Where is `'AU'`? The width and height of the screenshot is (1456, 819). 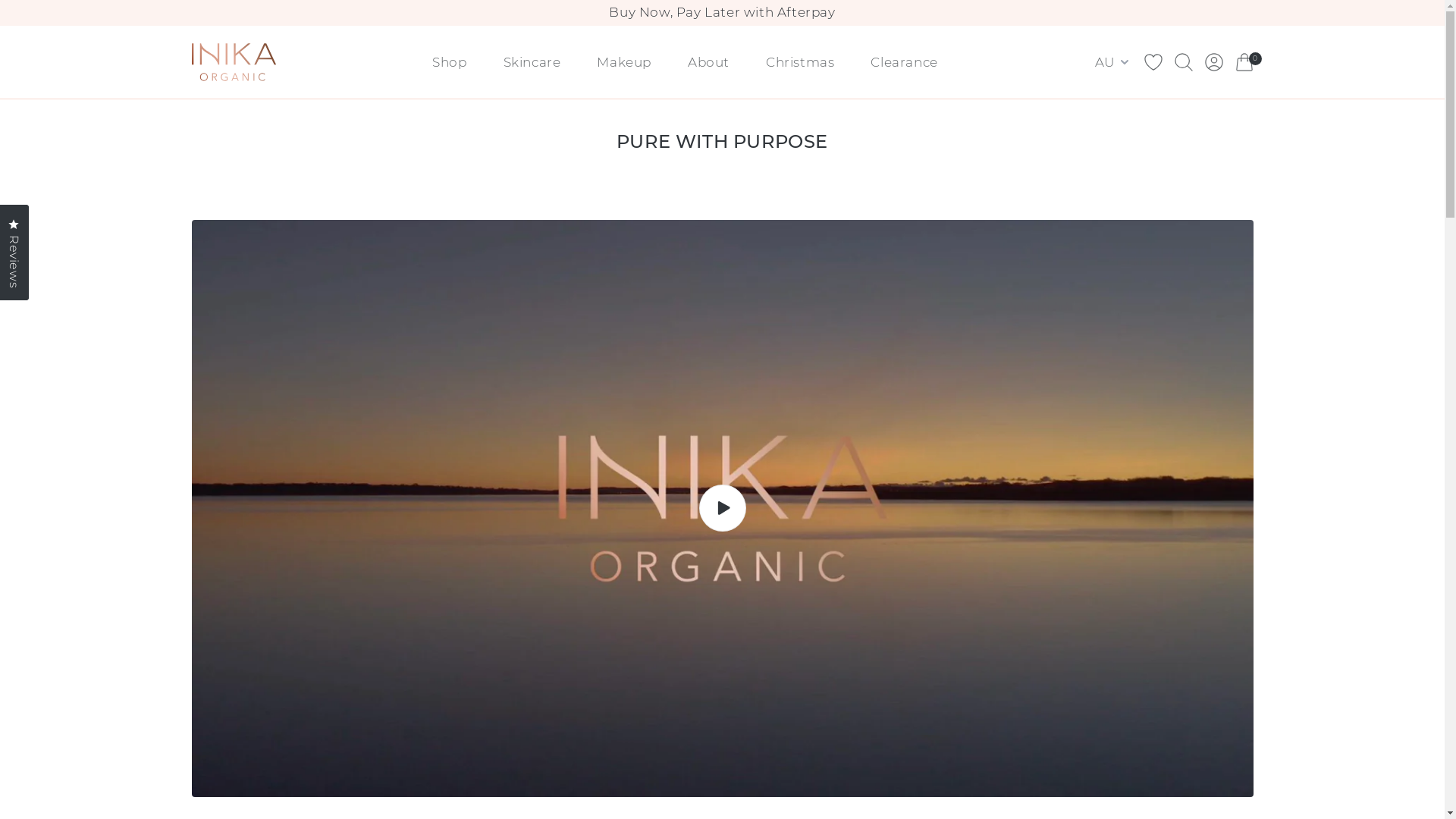
'AU' is located at coordinates (1113, 61).